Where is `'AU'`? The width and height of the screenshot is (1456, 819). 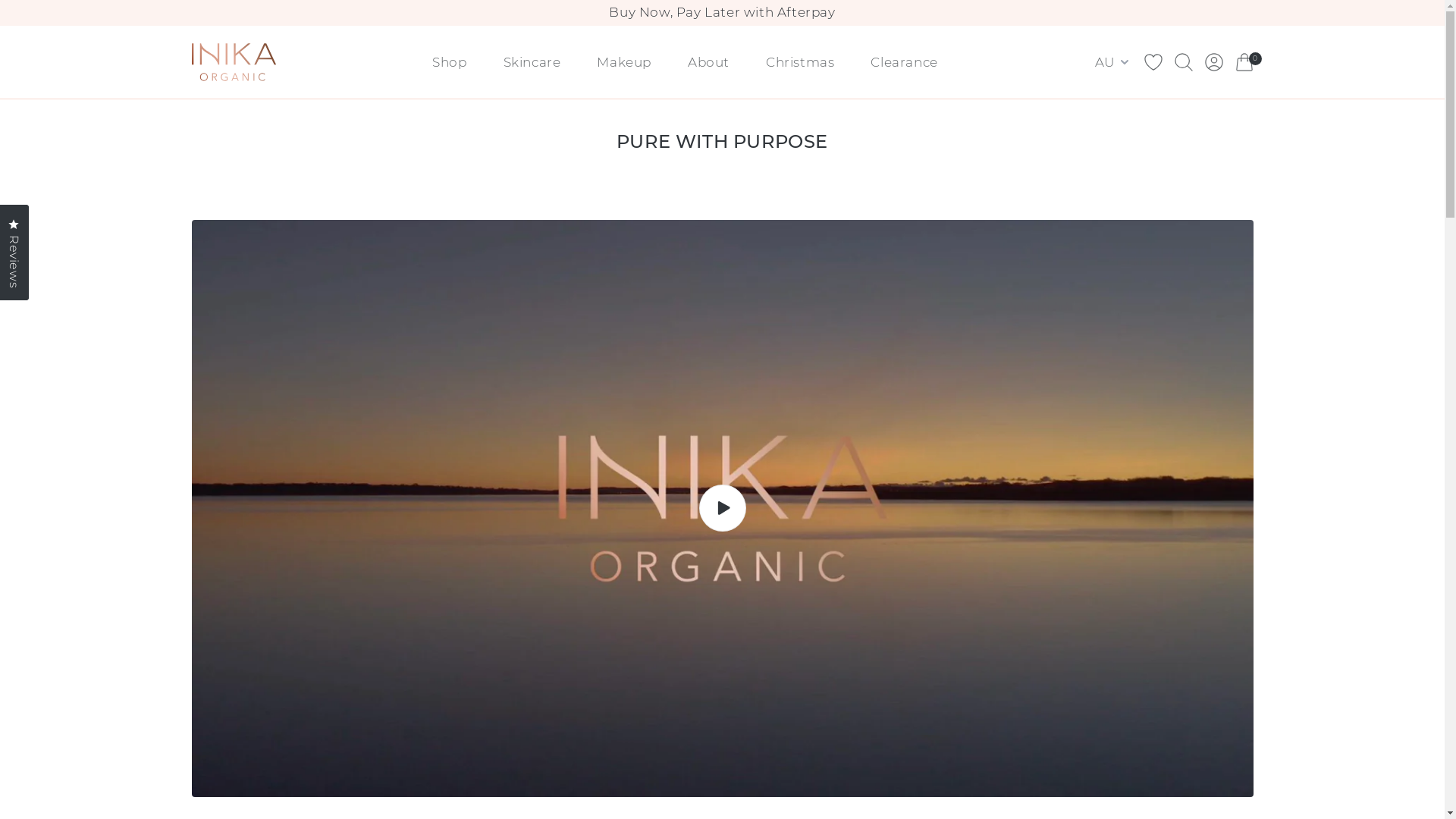
'AU' is located at coordinates (1113, 61).